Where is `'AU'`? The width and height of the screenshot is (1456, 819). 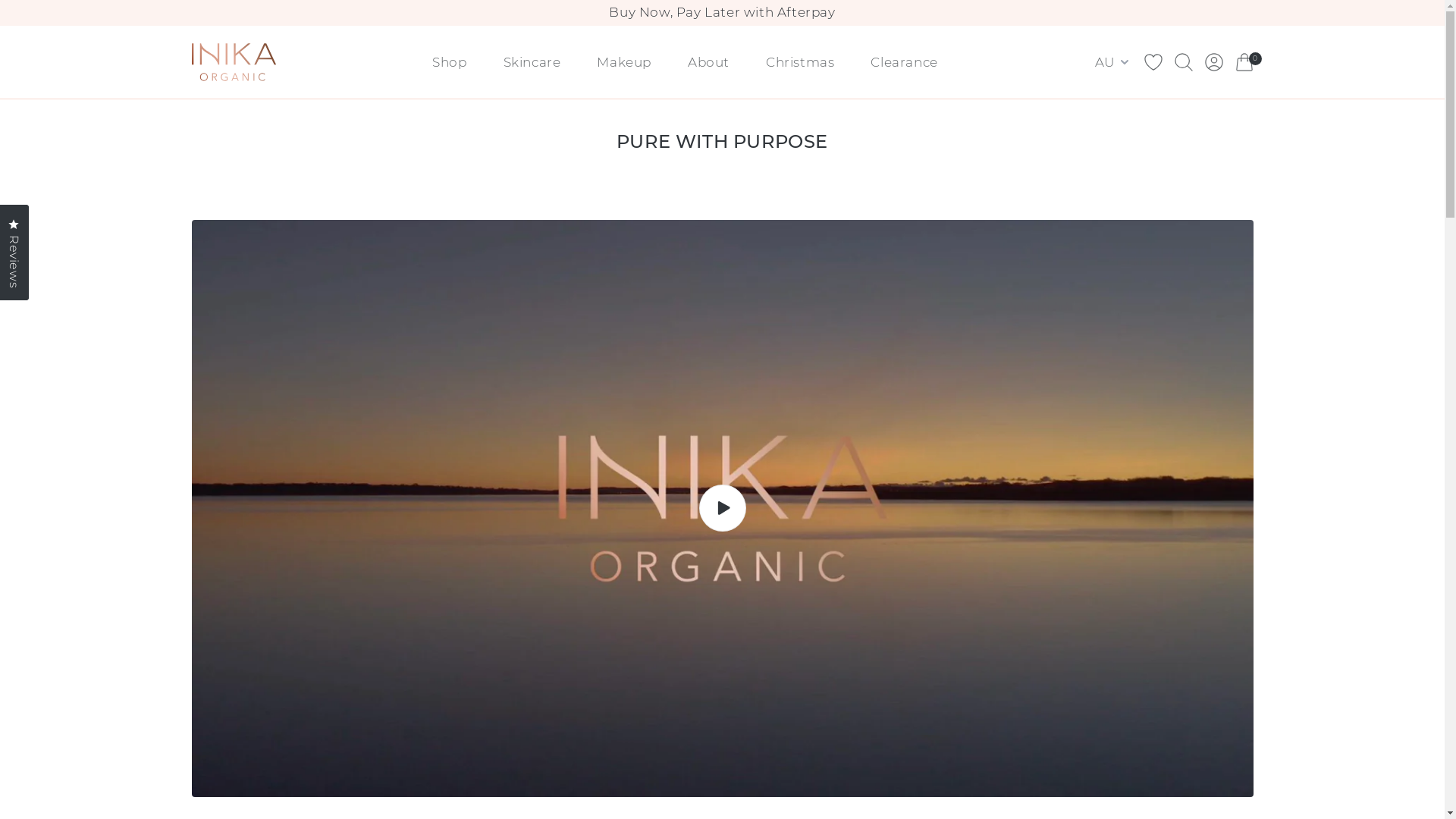
'AU' is located at coordinates (1113, 61).